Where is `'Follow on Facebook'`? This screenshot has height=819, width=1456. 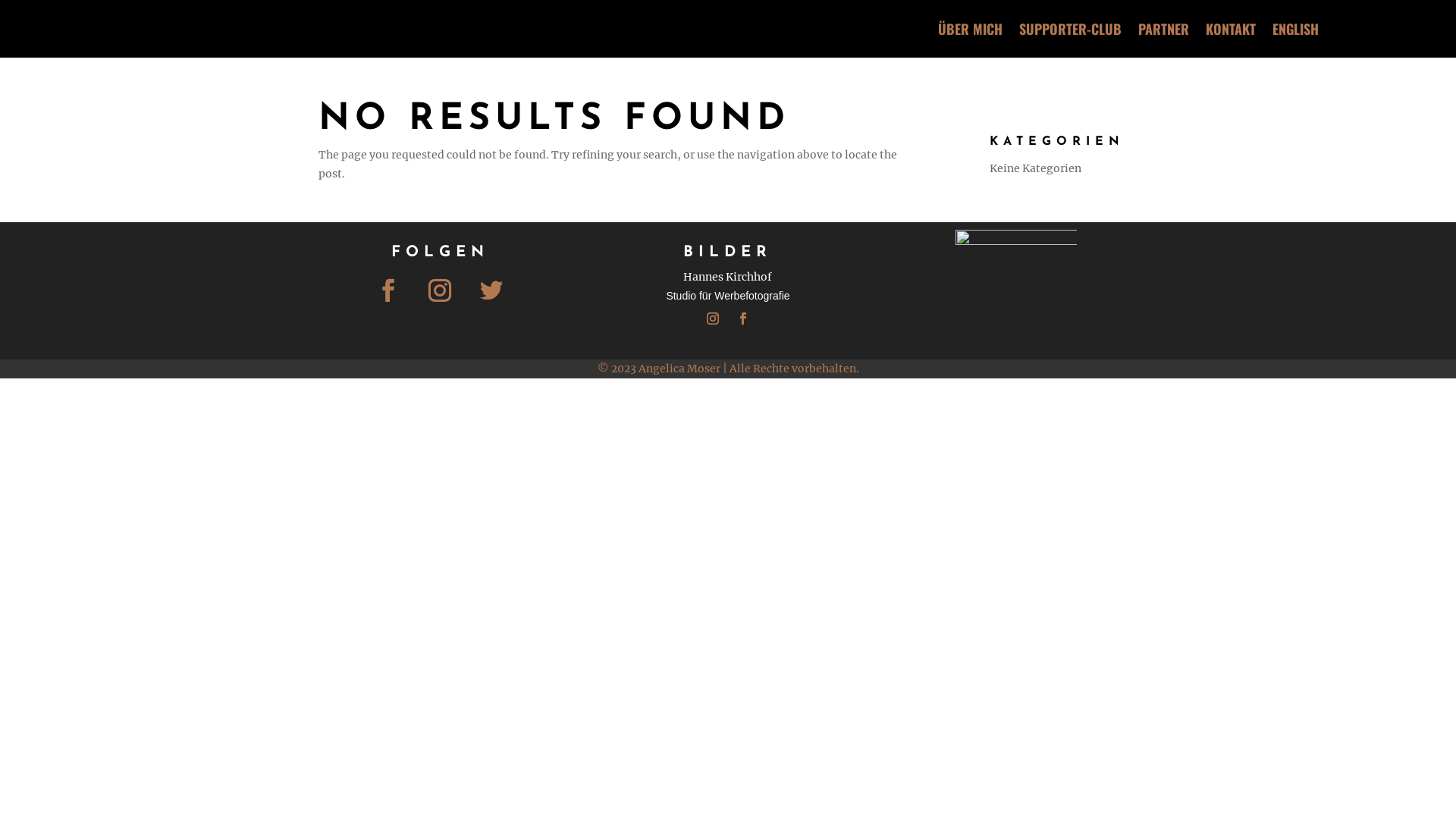
'Follow on Facebook' is located at coordinates (388, 290).